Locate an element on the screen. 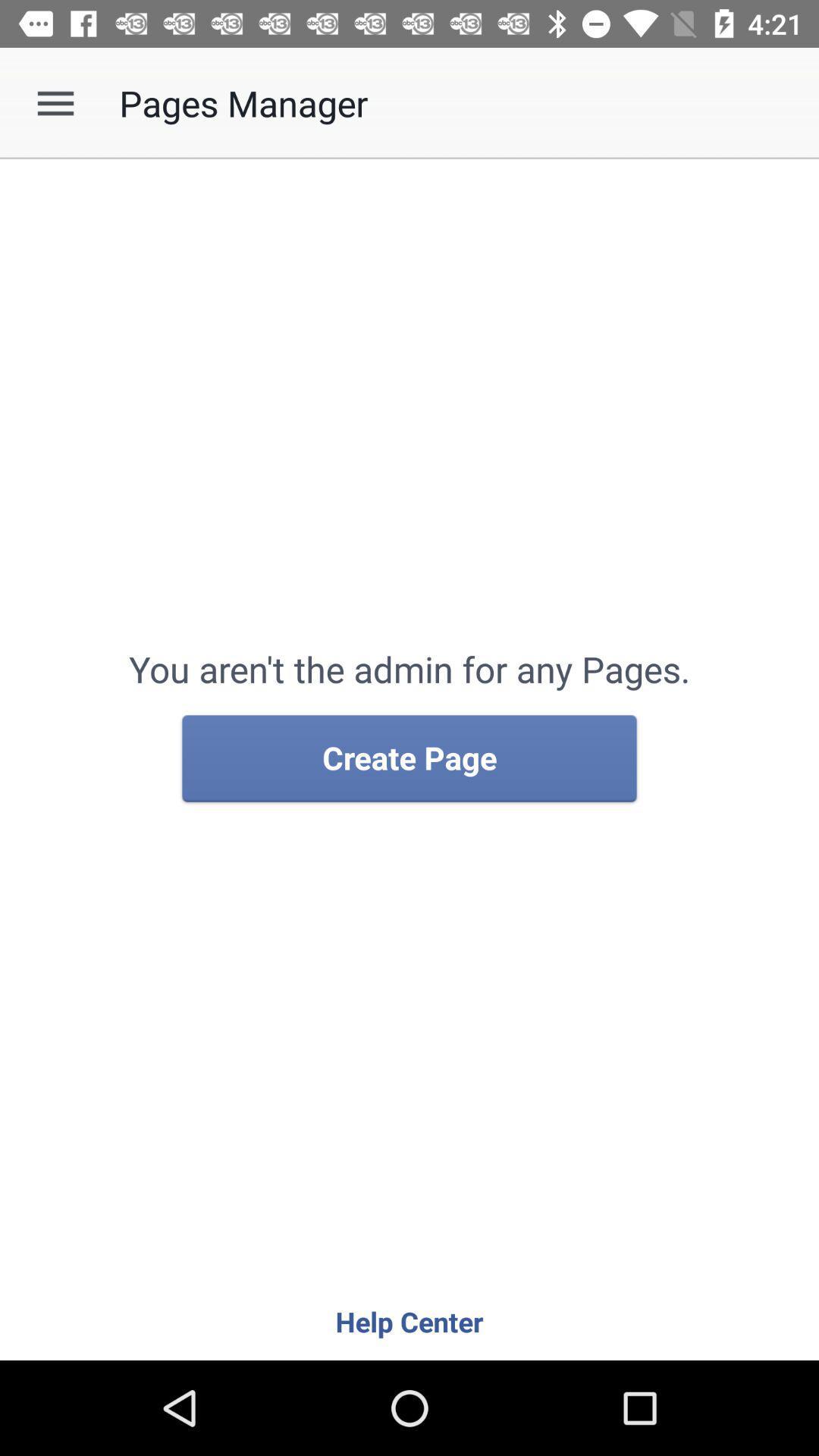 Image resolution: width=819 pixels, height=1456 pixels. help center icon is located at coordinates (409, 1320).